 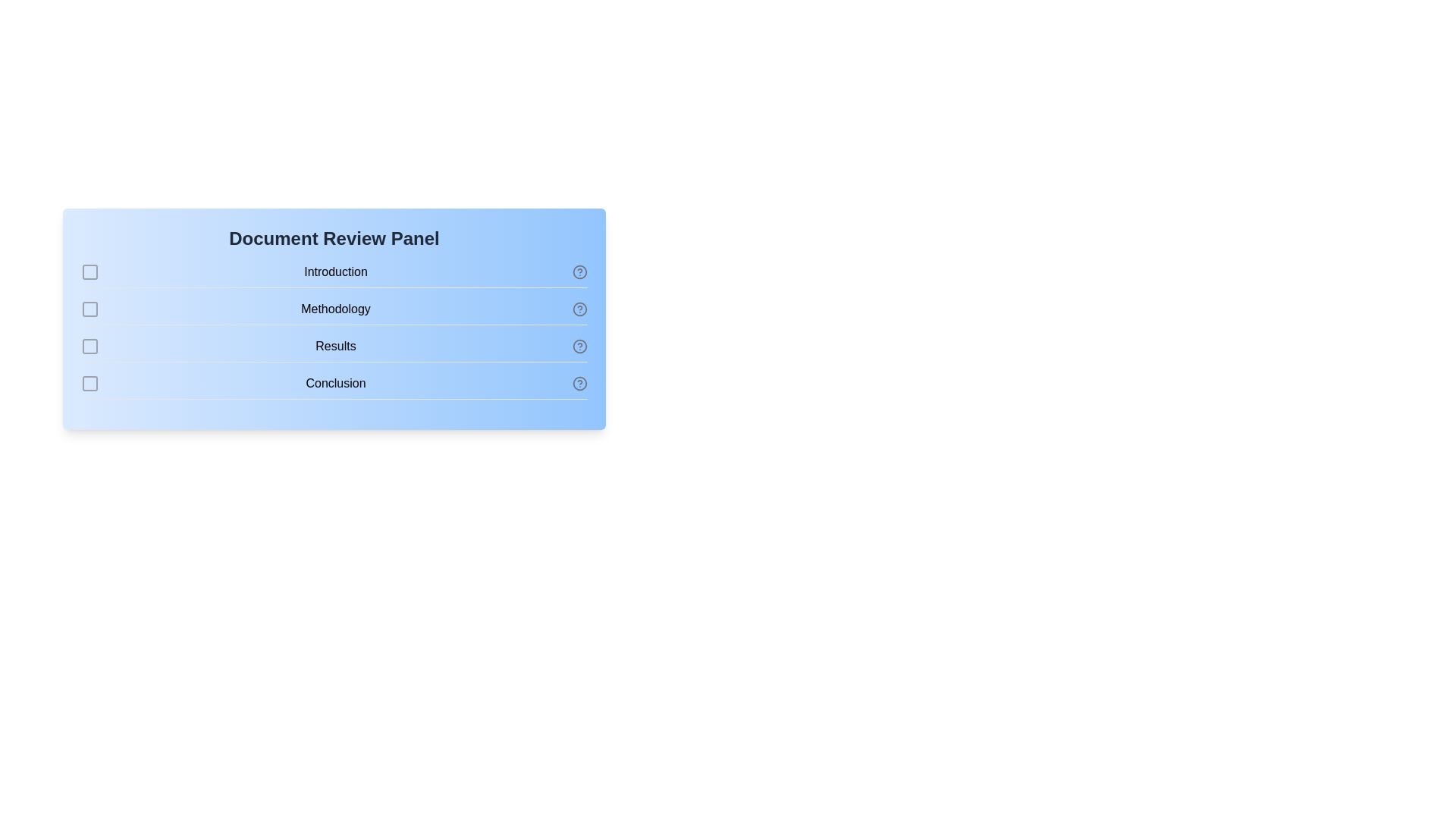 I want to click on the section Introduction, so click(x=89, y=271).